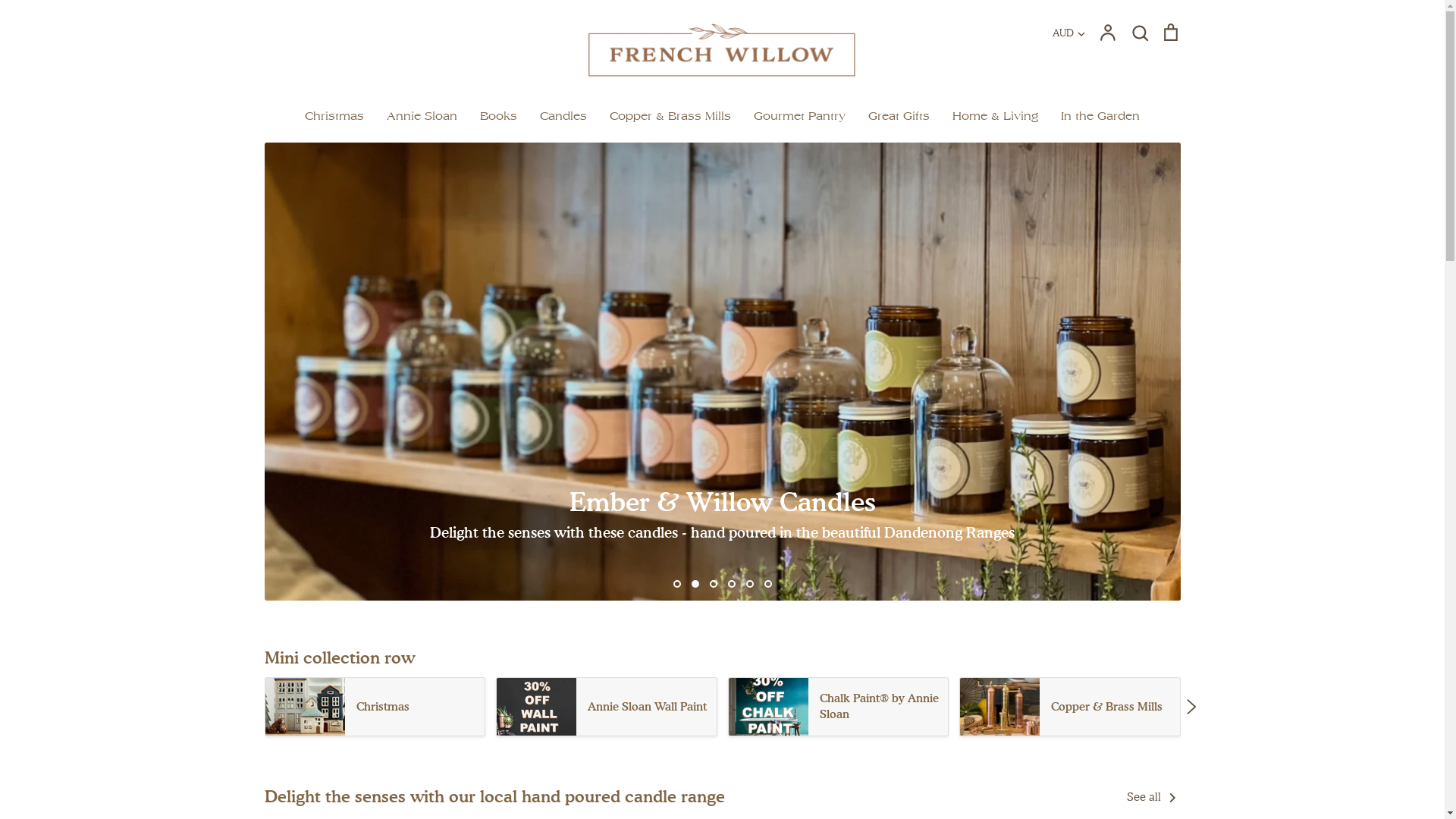 The image size is (1456, 819). Describe the element at coordinates (563, 115) in the screenshot. I see `'Candles'` at that location.